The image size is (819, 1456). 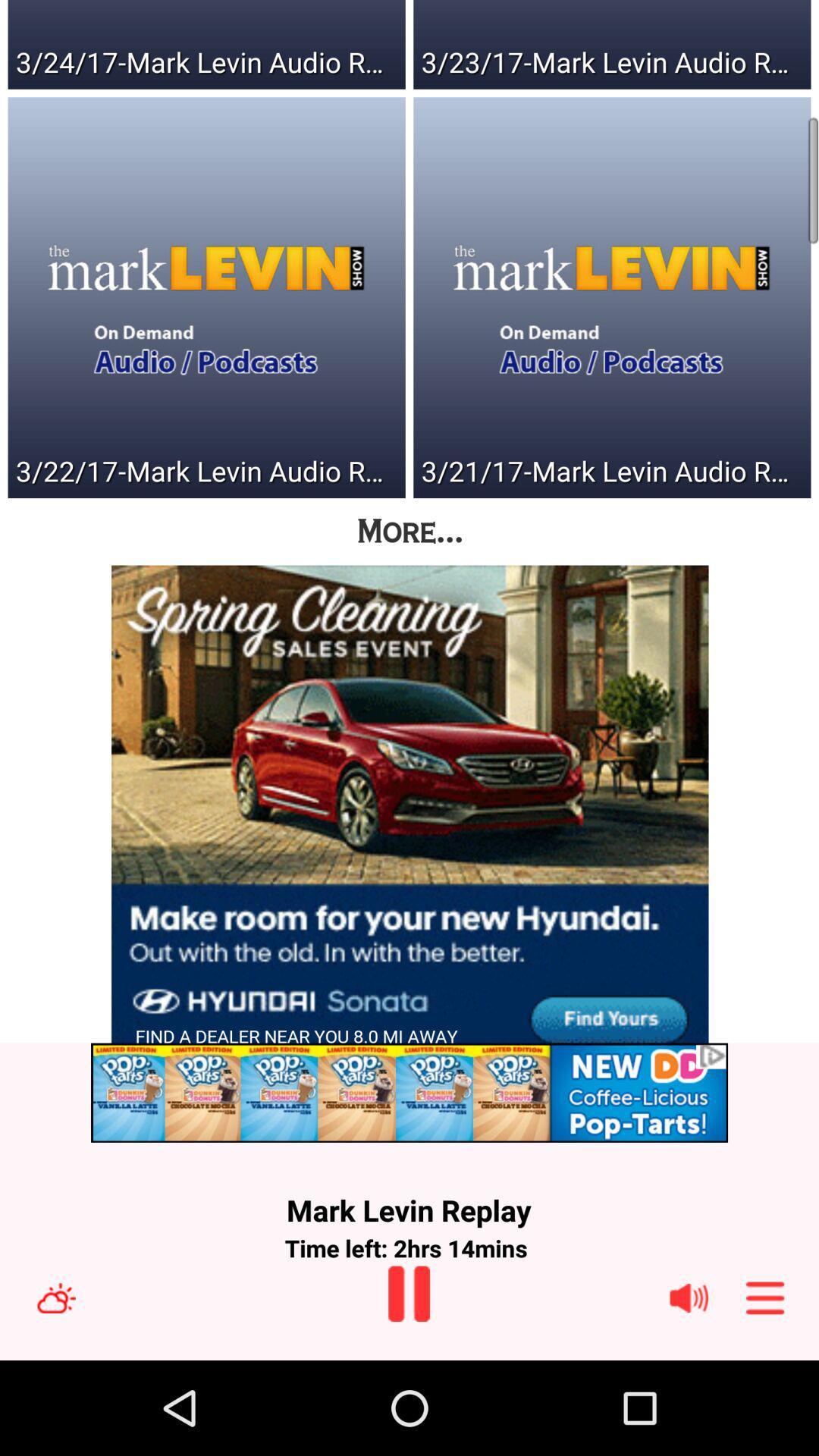 What do you see at coordinates (689, 1297) in the screenshot?
I see `click the mute button` at bounding box center [689, 1297].